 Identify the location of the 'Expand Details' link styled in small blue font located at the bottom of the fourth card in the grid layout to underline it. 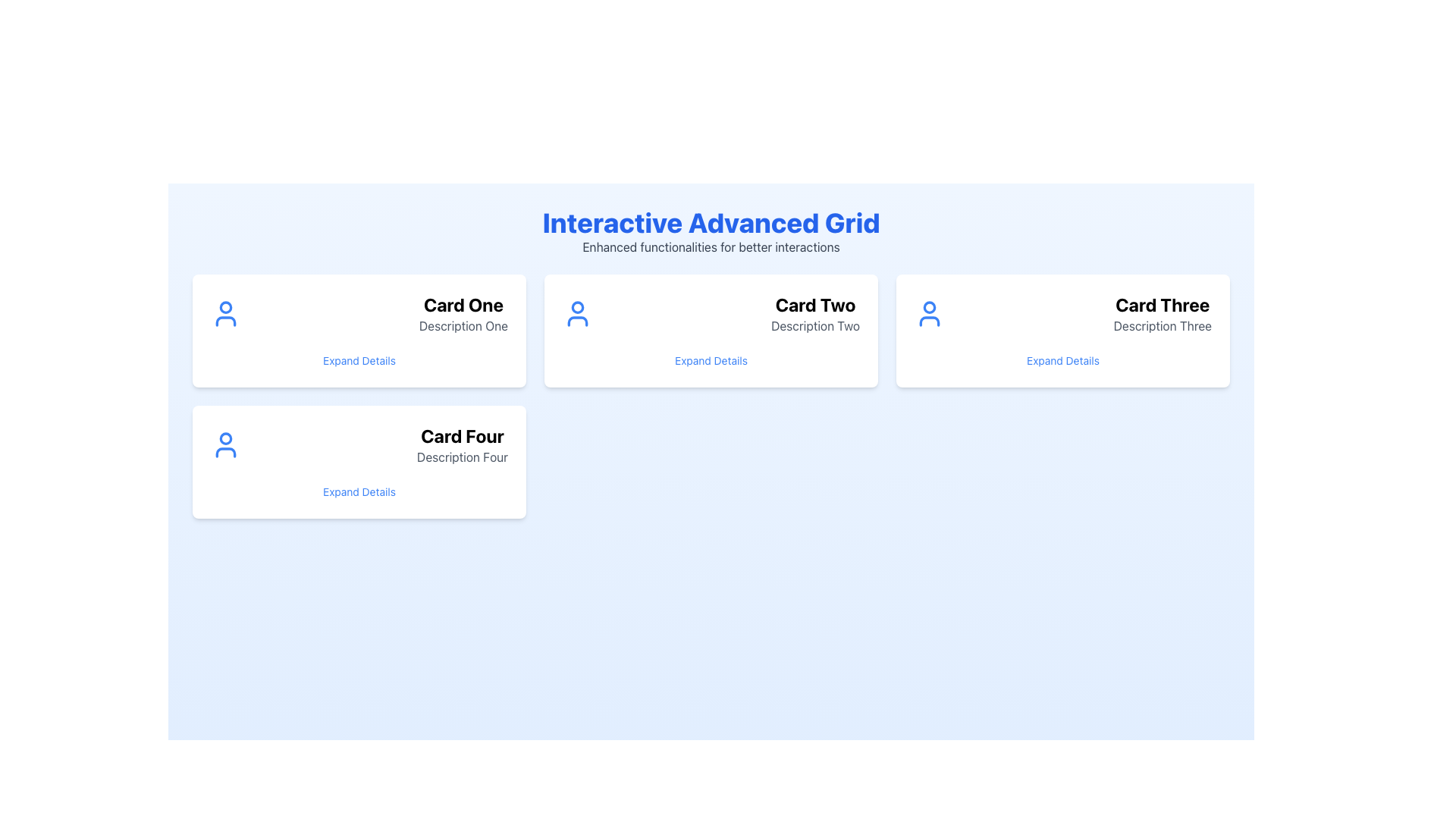
(359, 491).